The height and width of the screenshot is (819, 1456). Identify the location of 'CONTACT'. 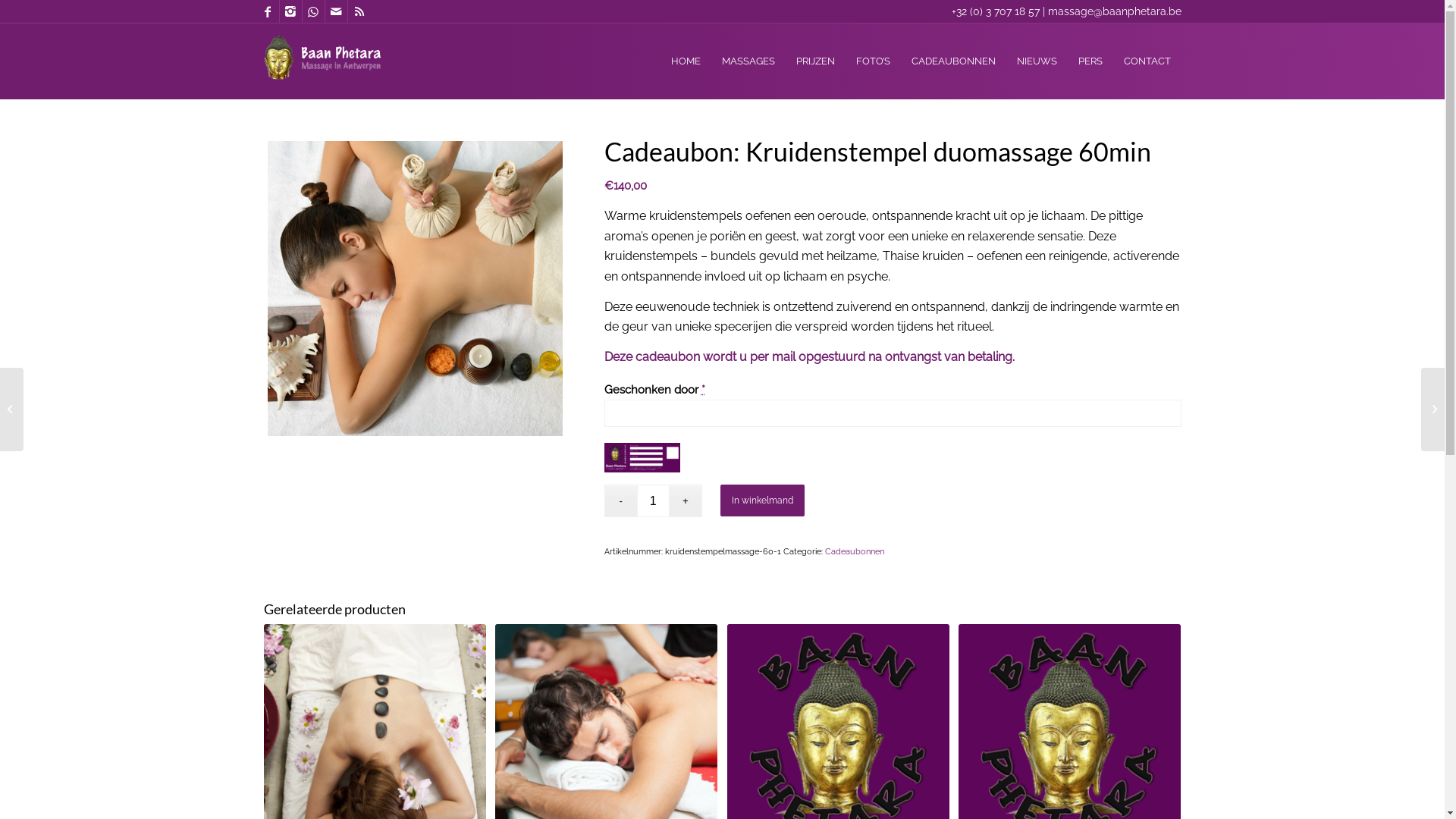
(1147, 61).